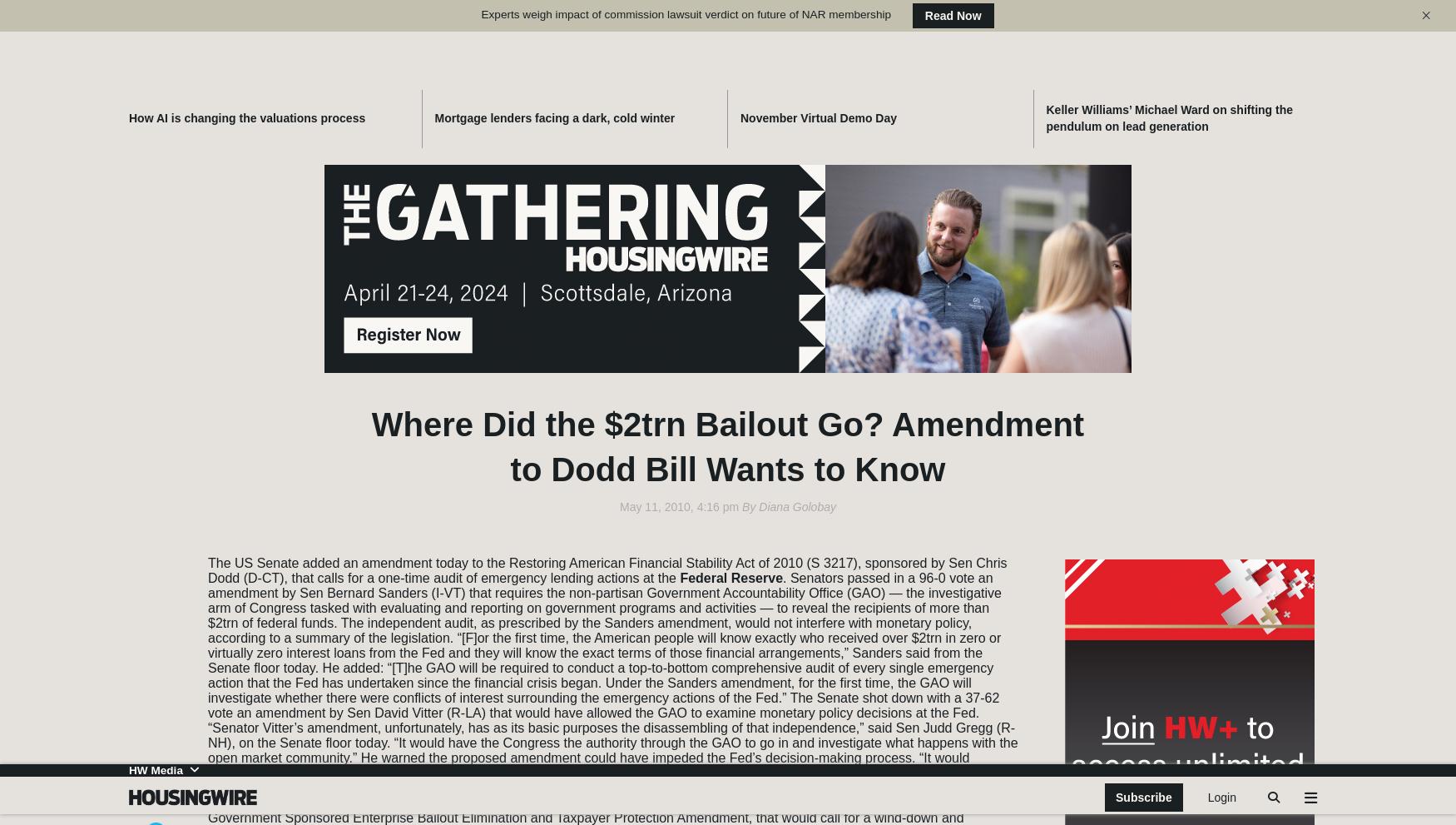 This screenshot has height=825, width=1456. What do you see at coordinates (1160, 529) in the screenshot?
I see `'HousingWire: The Gathering 2024'` at bounding box center [1160, 529].